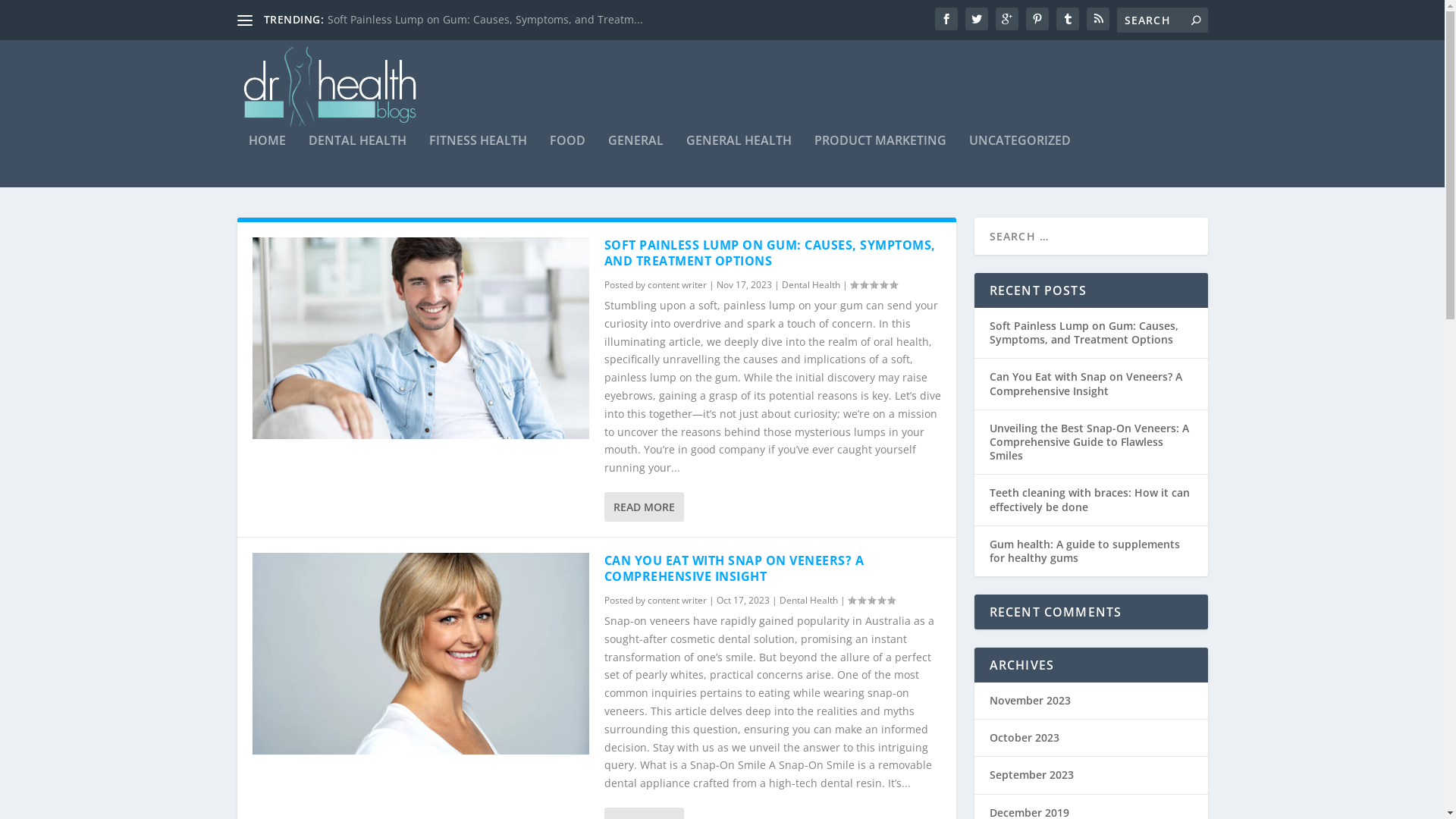 The image size is (1456, 819). Describe the element at coordinates (1116, 20) in the screenshot. I see `'Search for:'` at that location.